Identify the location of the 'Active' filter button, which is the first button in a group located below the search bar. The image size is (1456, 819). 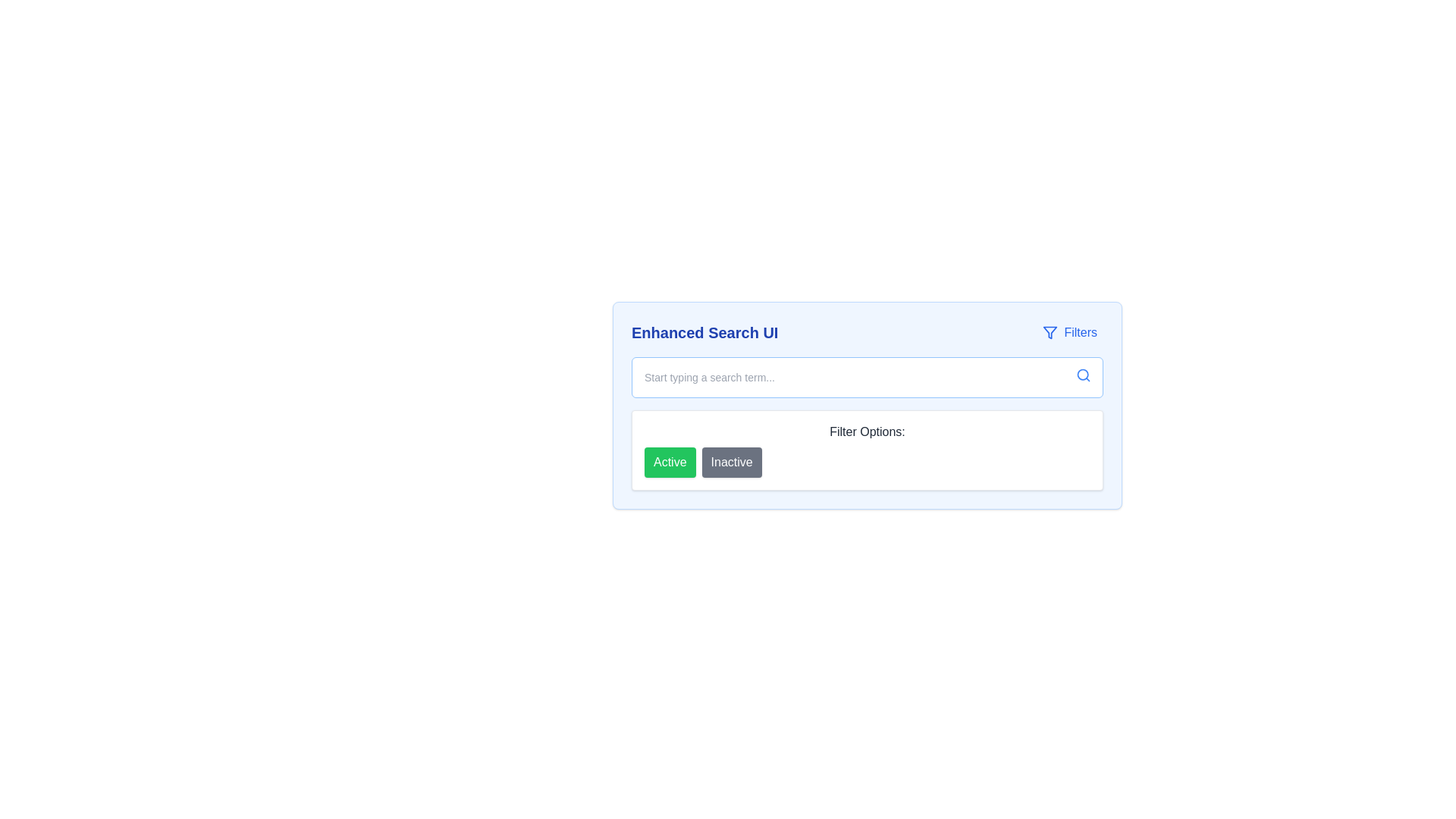
(669, 461).